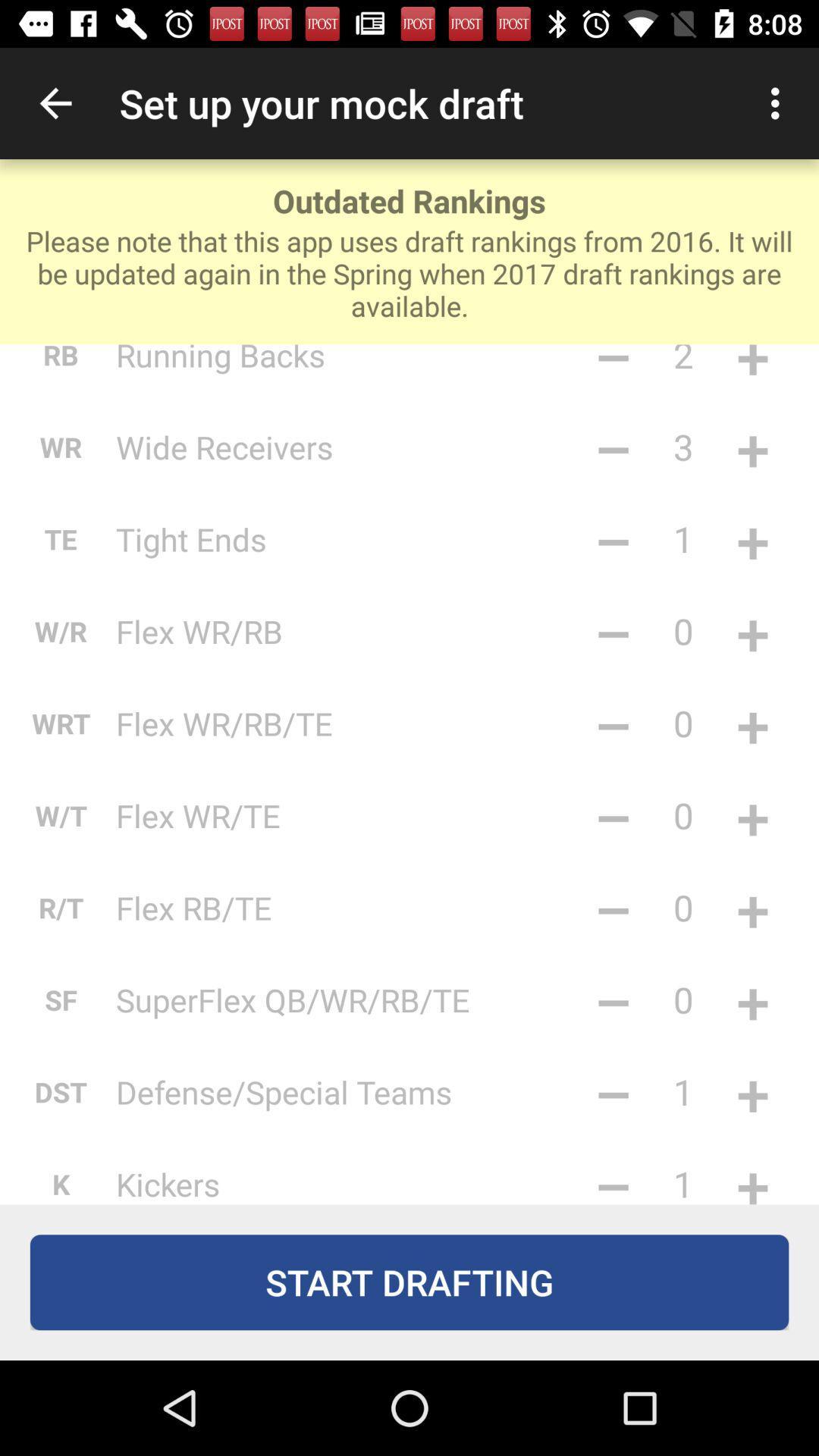  Describe the element at coordinates (613, 1092) in the screenshot. I see `the item to the right of defense/special teams icon` at that location.